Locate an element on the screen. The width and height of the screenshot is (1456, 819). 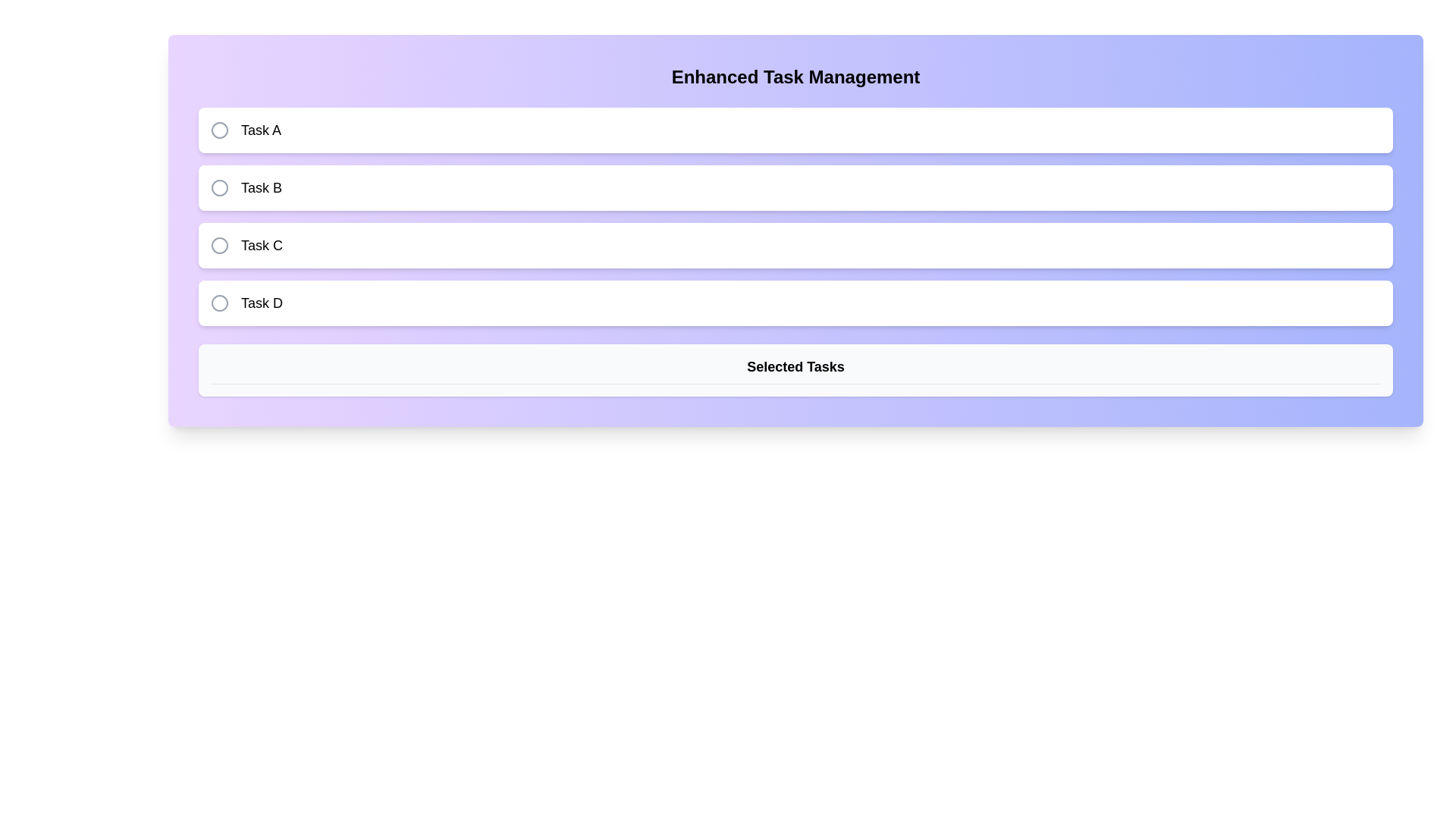
the checkable circle radio button associated with 'Task B' for interactivity feedback is located at coordinates (218, 187).